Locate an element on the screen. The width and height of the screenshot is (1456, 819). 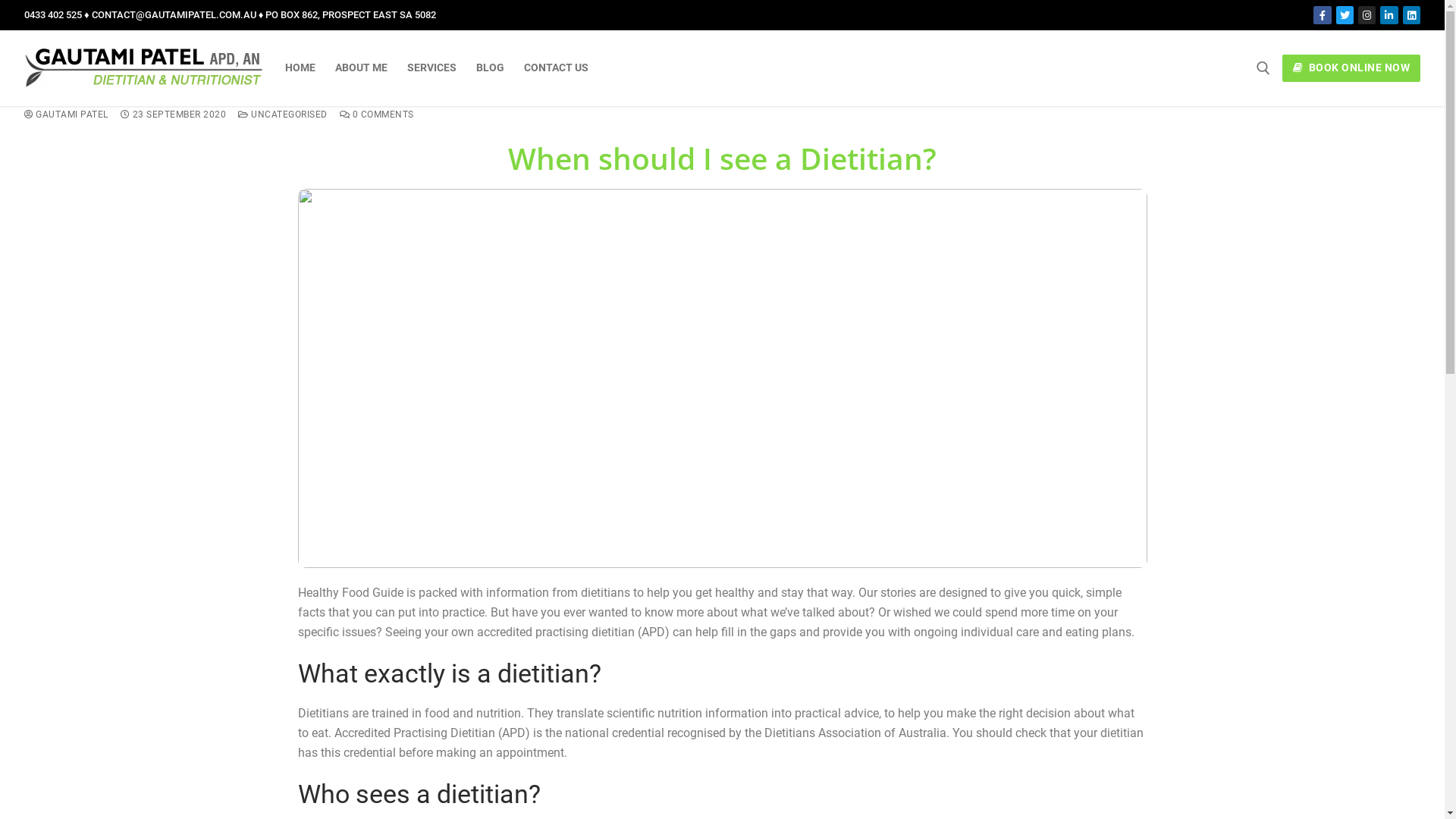
'SERVICES' is located at coordinates (397, 67).